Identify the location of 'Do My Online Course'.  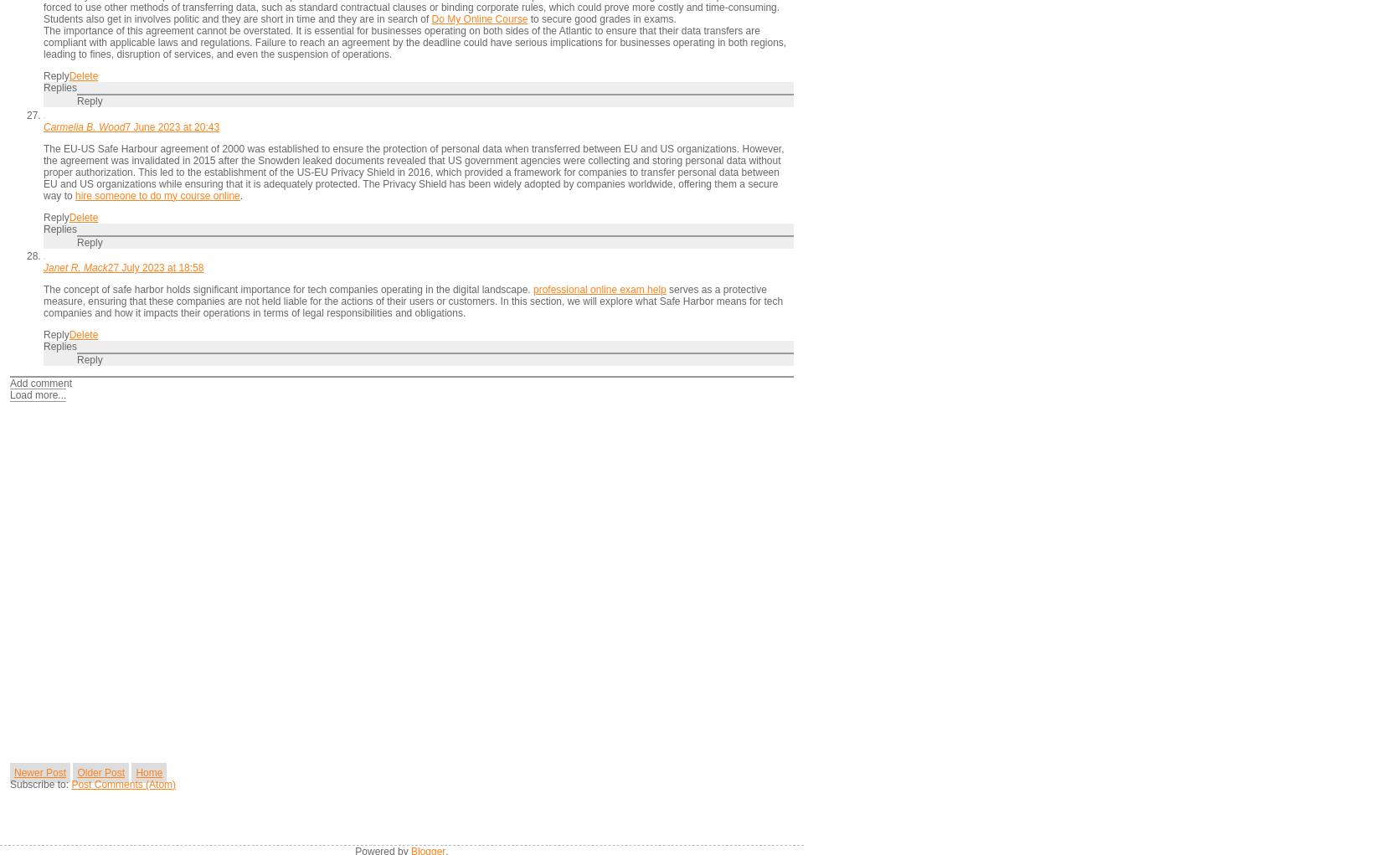
(478, 18).